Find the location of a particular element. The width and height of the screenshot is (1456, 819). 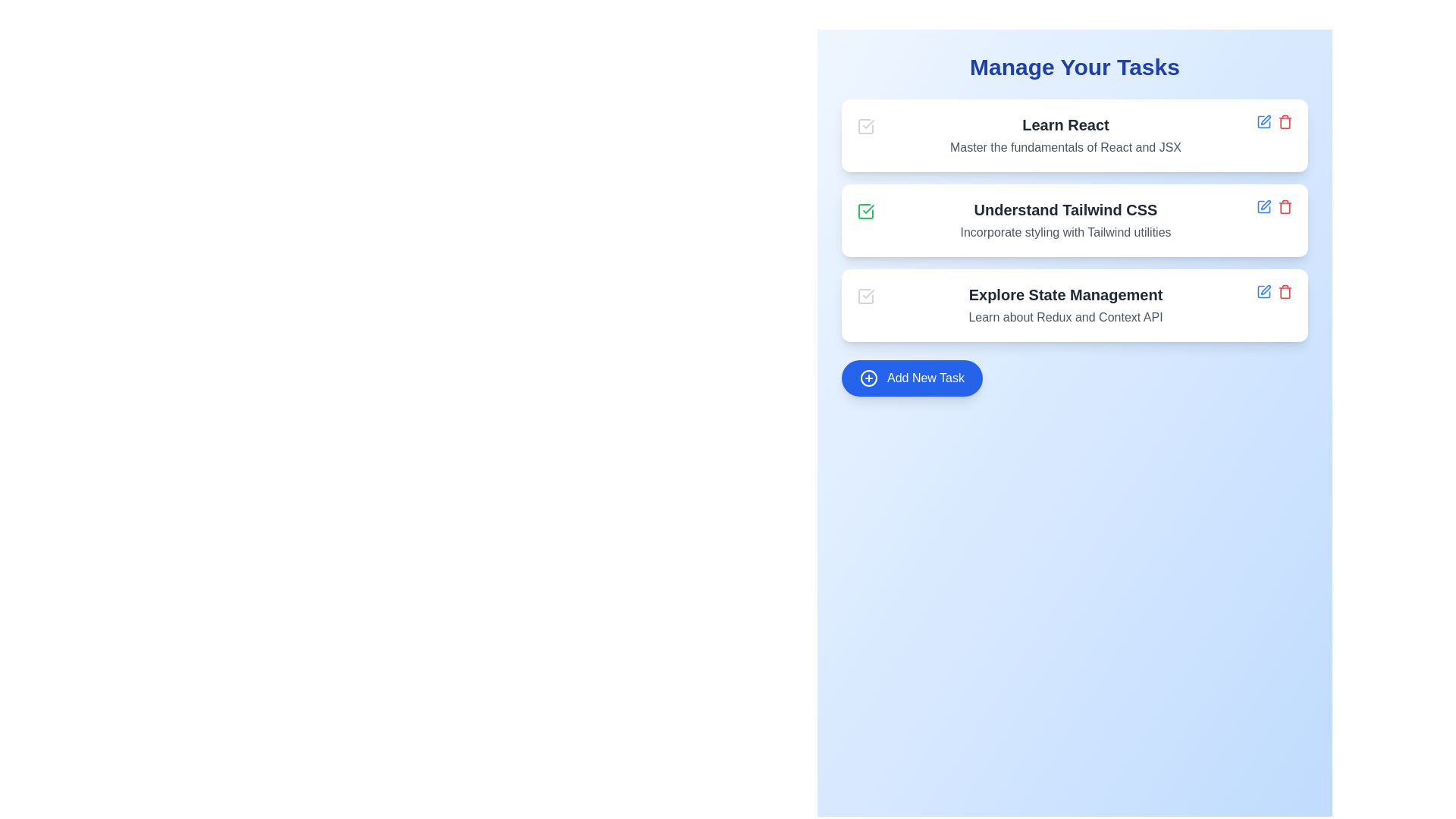

the icon button located at the far right of the first item under 'Manage Your Tasks' is located at coordinates (1263, 121).